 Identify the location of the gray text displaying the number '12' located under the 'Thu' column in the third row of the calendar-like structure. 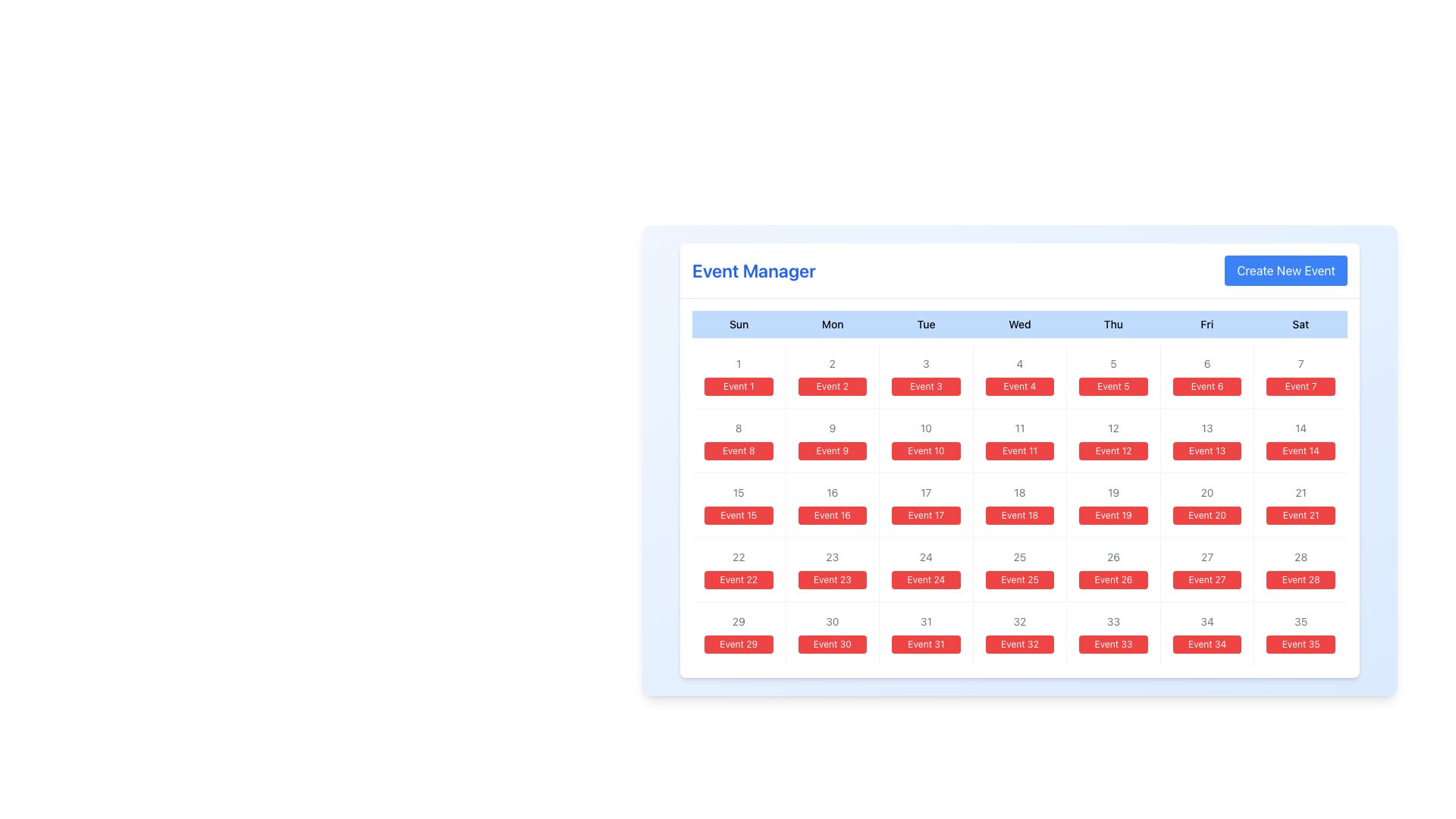
(1113, 428).